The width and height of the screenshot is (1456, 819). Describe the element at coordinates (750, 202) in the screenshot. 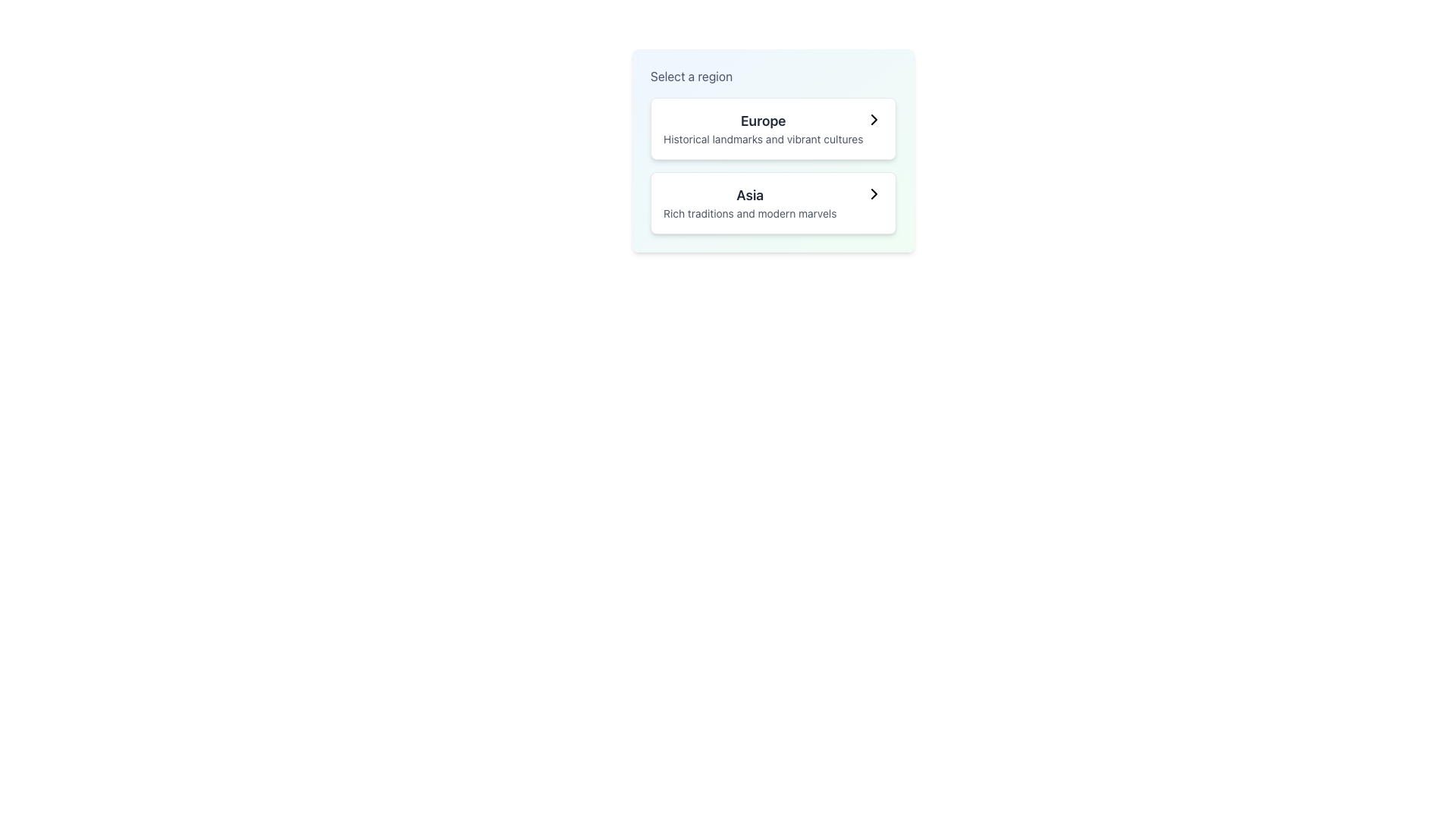

I see `the 'Asia' option in the selectable list under the heading 'Select a region'` at that location.